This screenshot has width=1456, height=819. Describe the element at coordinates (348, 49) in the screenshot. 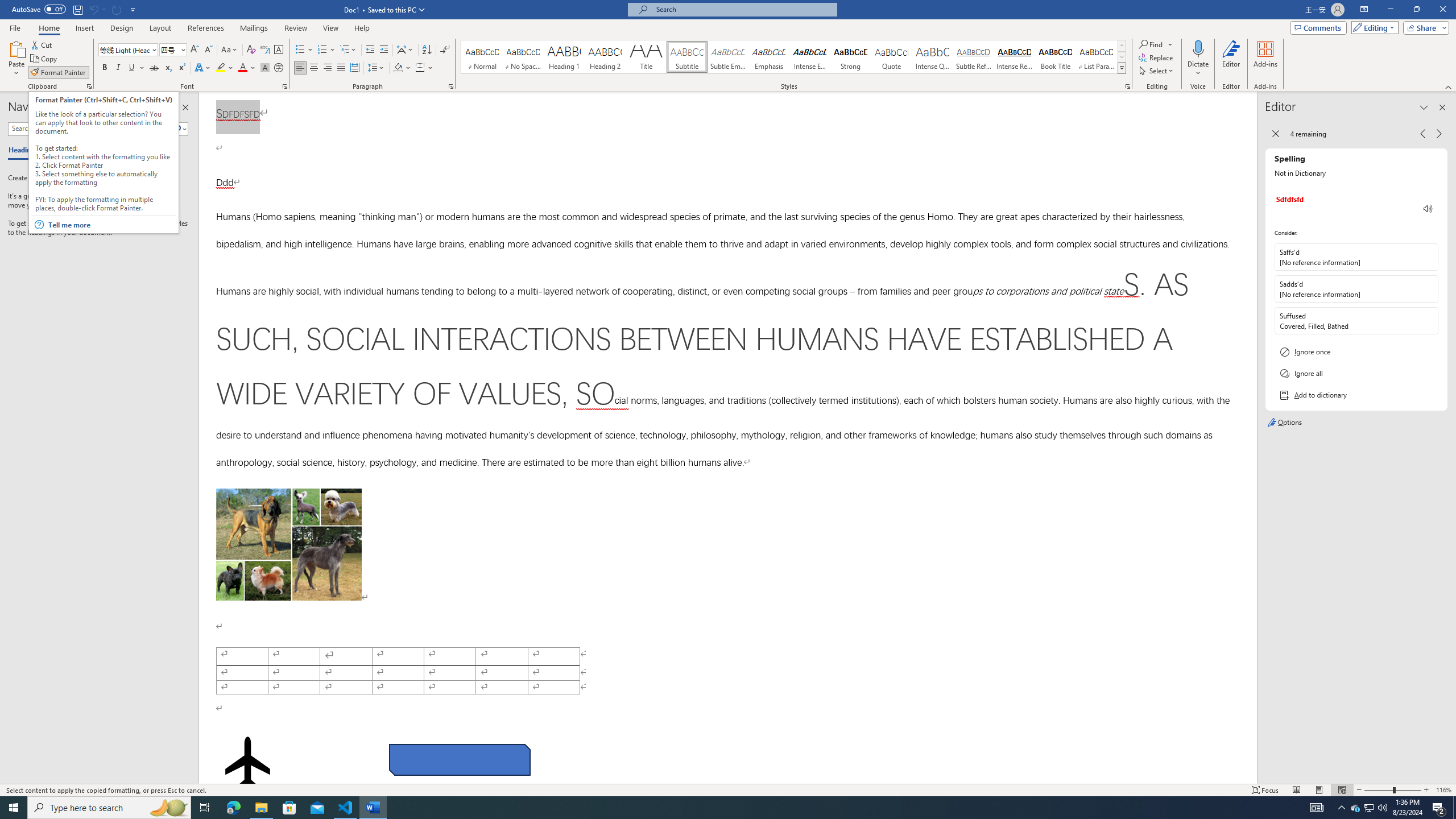

I see `'Multilevel List'` at that location.